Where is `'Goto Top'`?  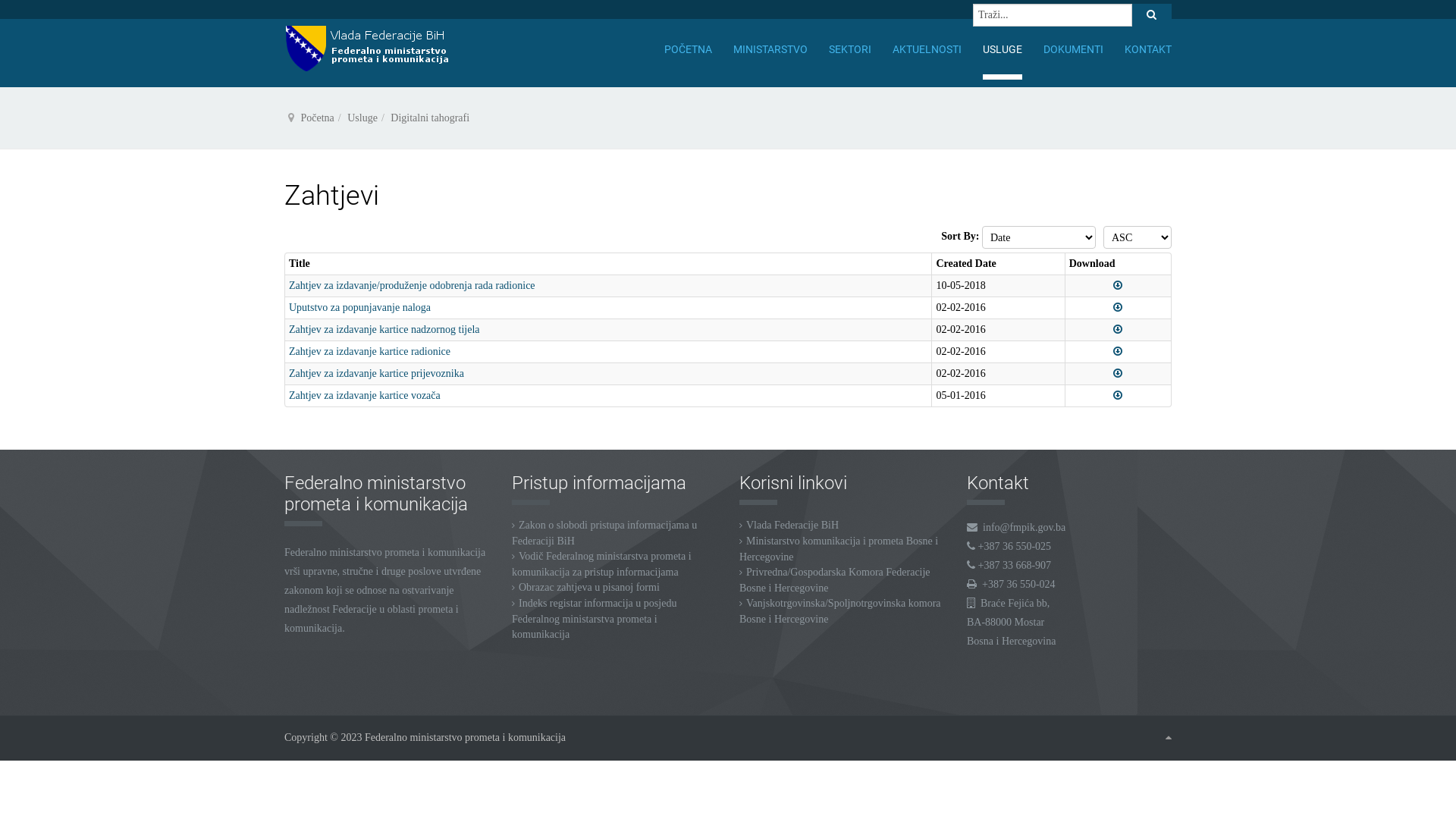
'Goto Top' is located at coordinates (1167, 736).